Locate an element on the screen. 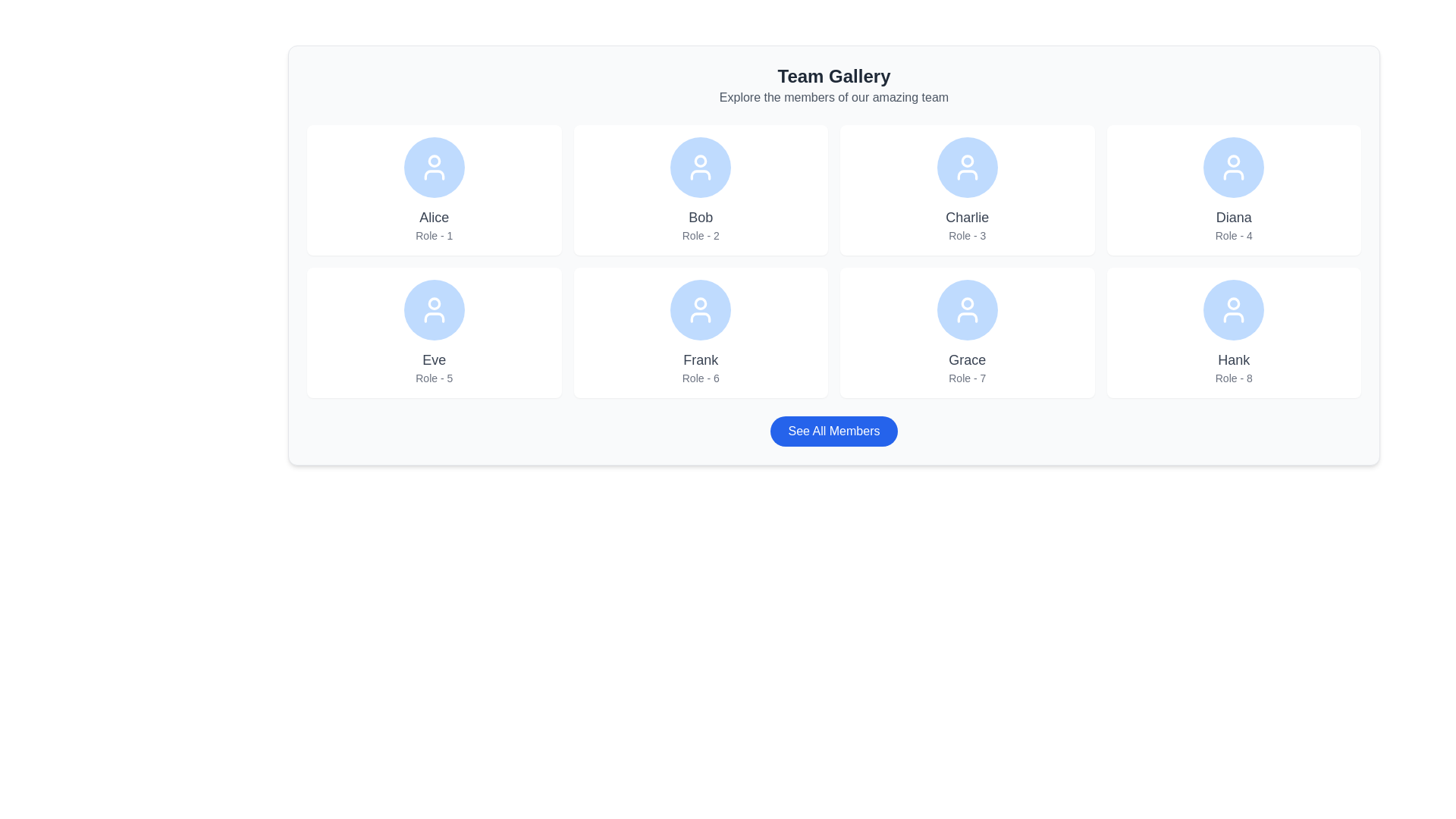 This screenshot has height=819, width=1456. the Profile icon or avatar, which is a circular icon with a white user outline on a blue background, located within the card labeled 'Hank Role - 8' is located at coordinates (1234, 309).